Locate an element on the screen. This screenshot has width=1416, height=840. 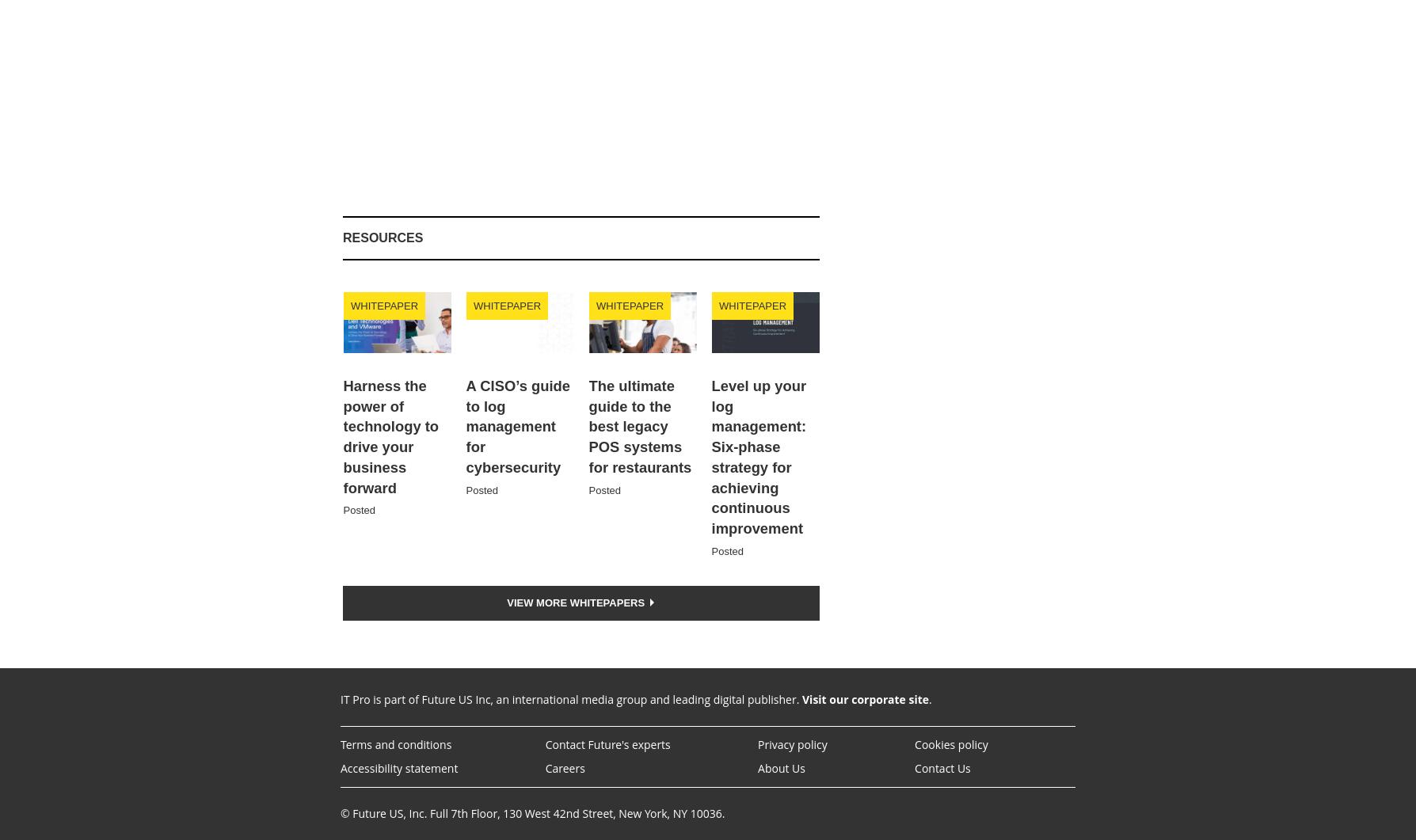
'Terms and conditions' is located at coordinates (395, 743).